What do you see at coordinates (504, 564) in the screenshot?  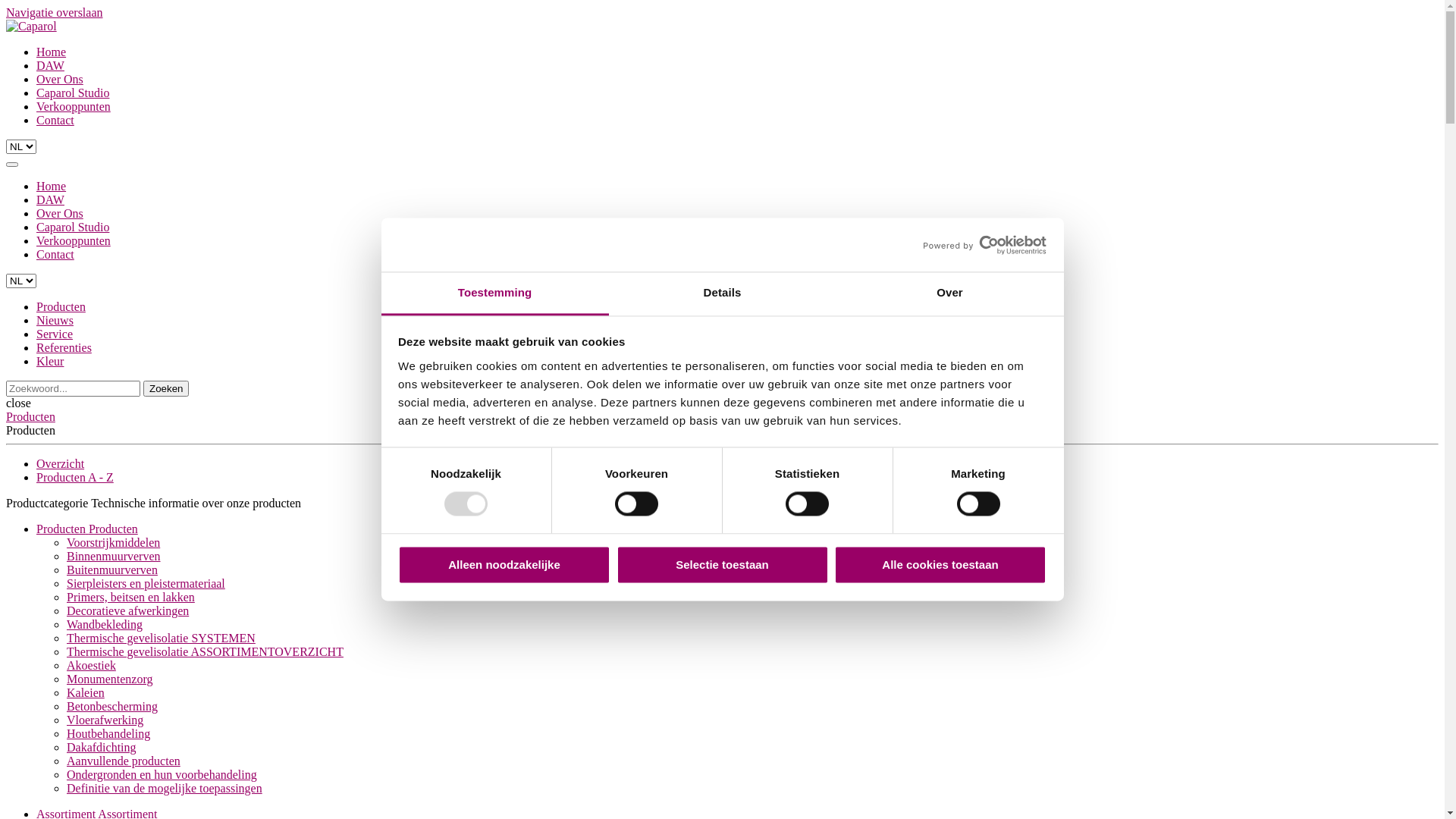 I see `'Alleen noodzakelijke'` at bounding box center [504, 564].